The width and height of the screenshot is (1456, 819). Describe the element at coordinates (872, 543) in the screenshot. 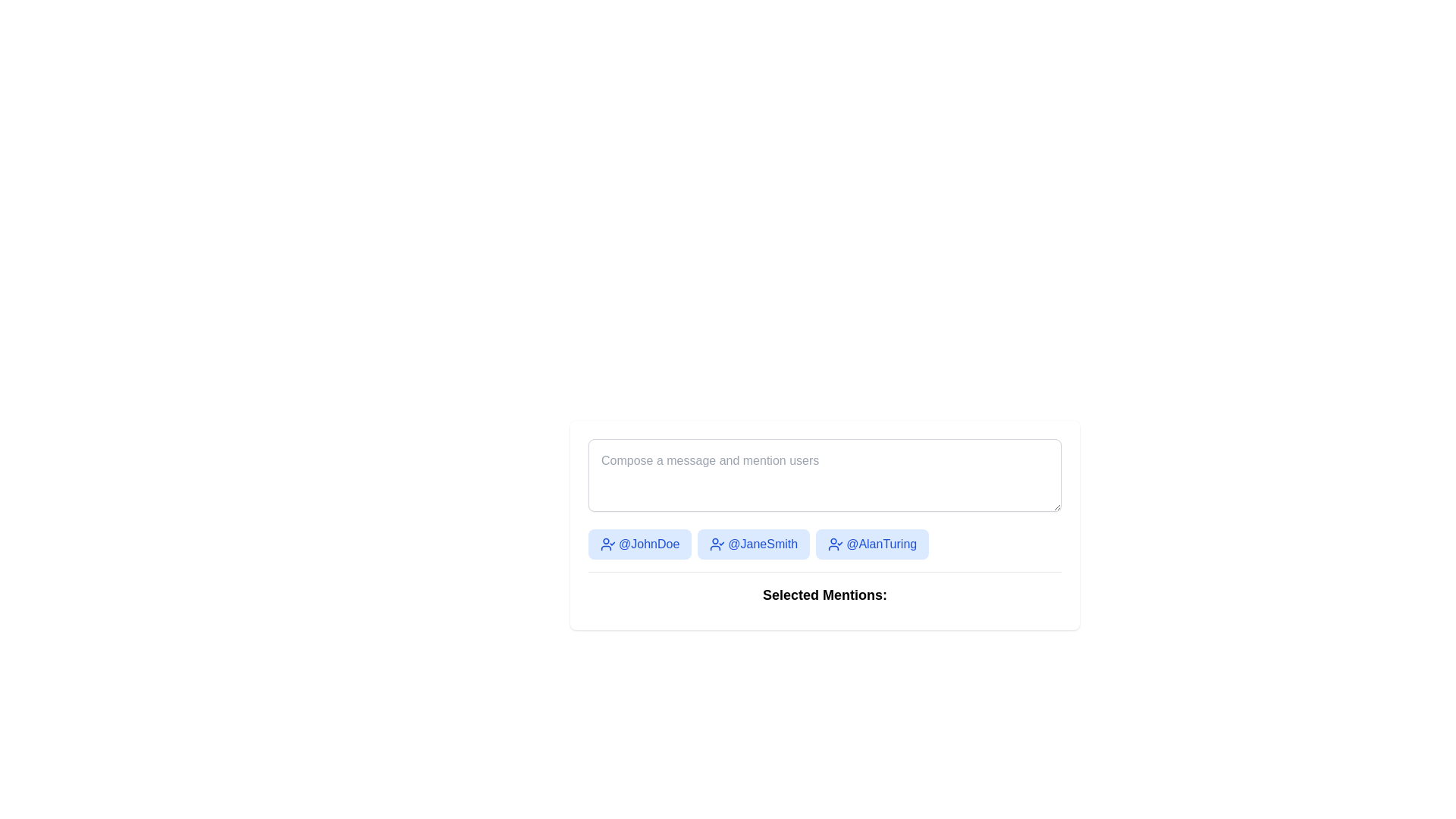

I see `the button representing the mentionable user '@AlanTuring' located in a horizontal list below the message composing area` at that location.